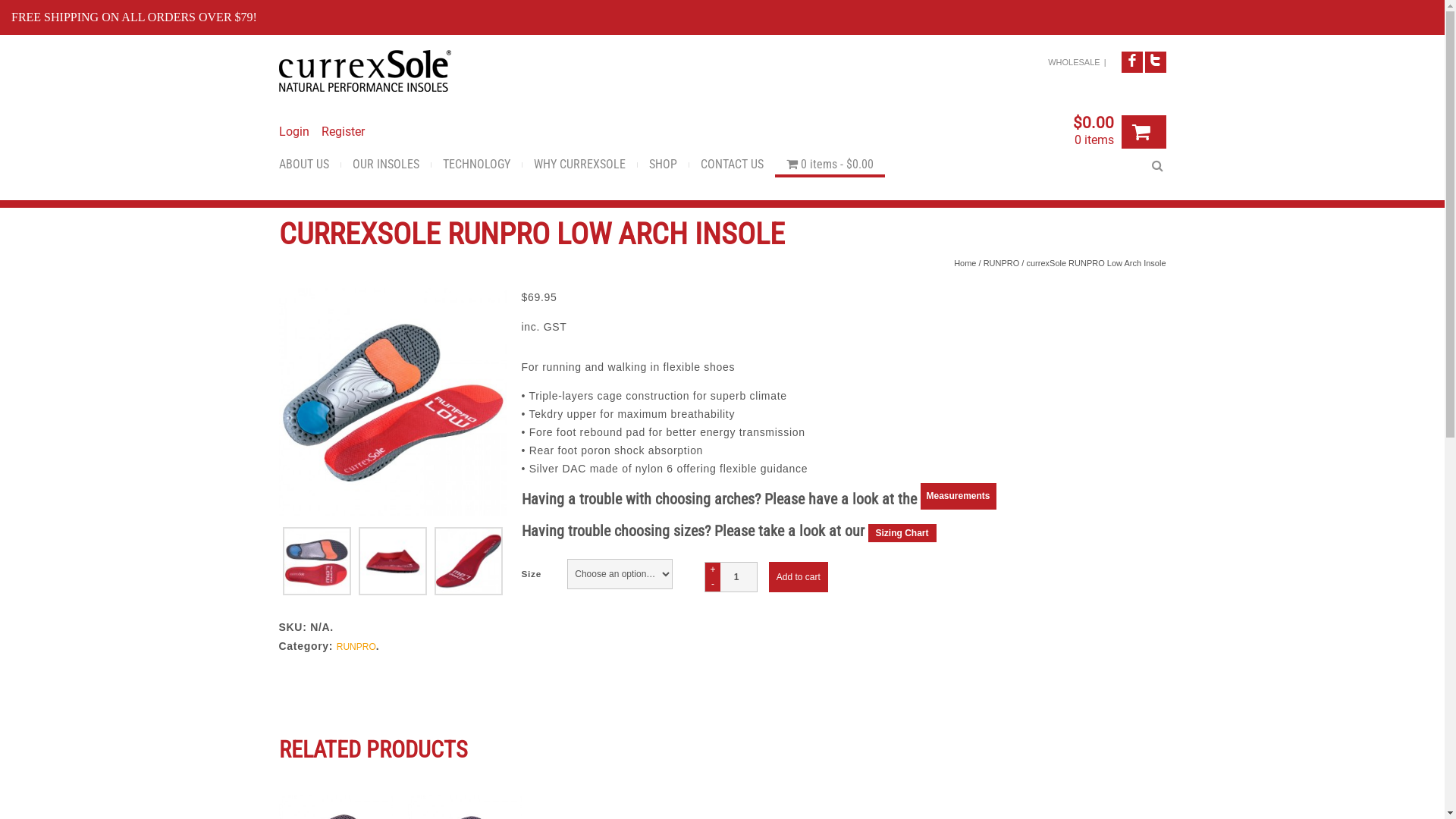  What do you see at coordinates (1092, 133) in the screenshot?
I see `'$0.00` at bounding box center [1092, 133].